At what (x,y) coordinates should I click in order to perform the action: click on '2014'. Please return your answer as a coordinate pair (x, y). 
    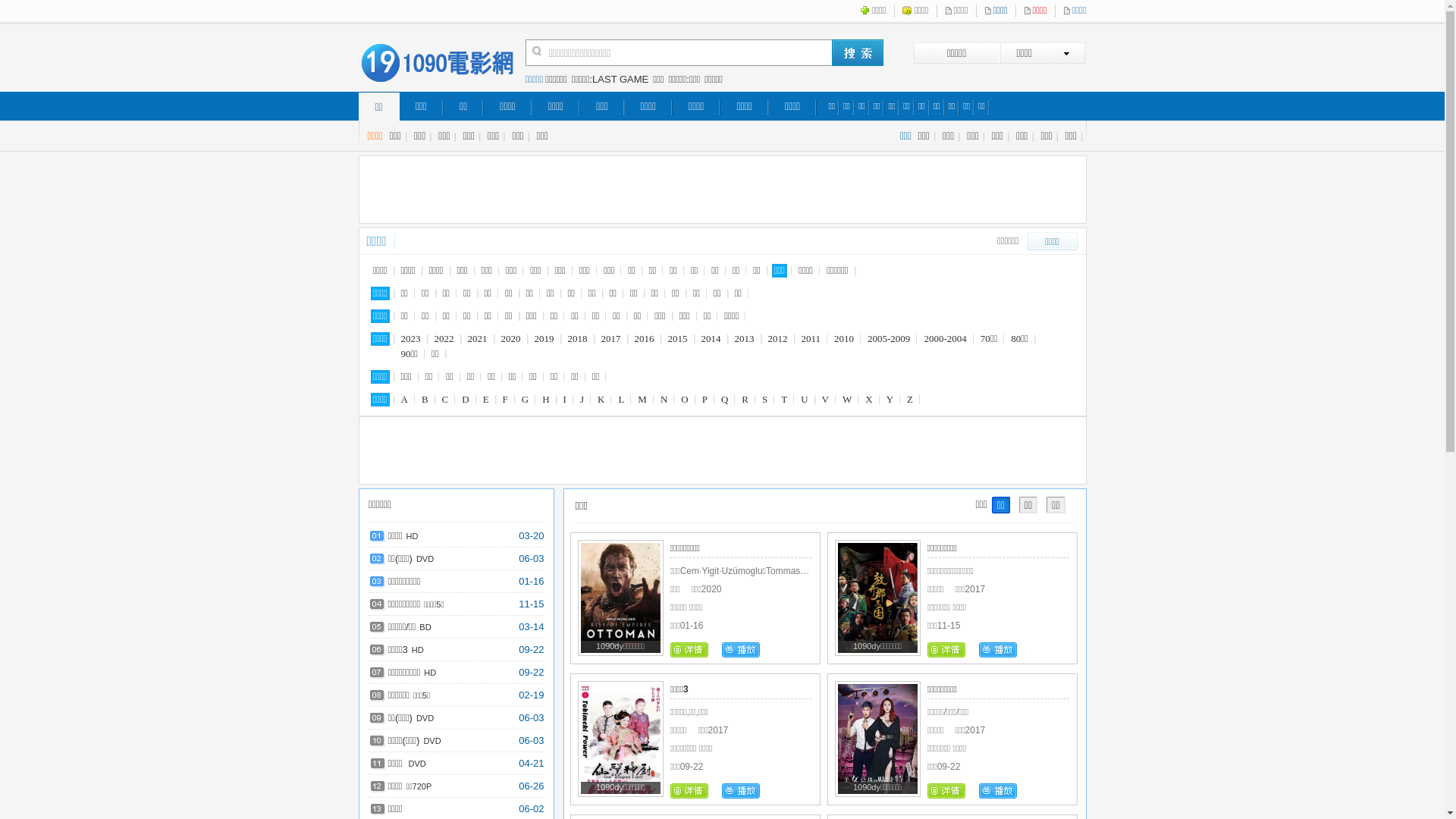
    Looking at the image, I should click on (710, 338).